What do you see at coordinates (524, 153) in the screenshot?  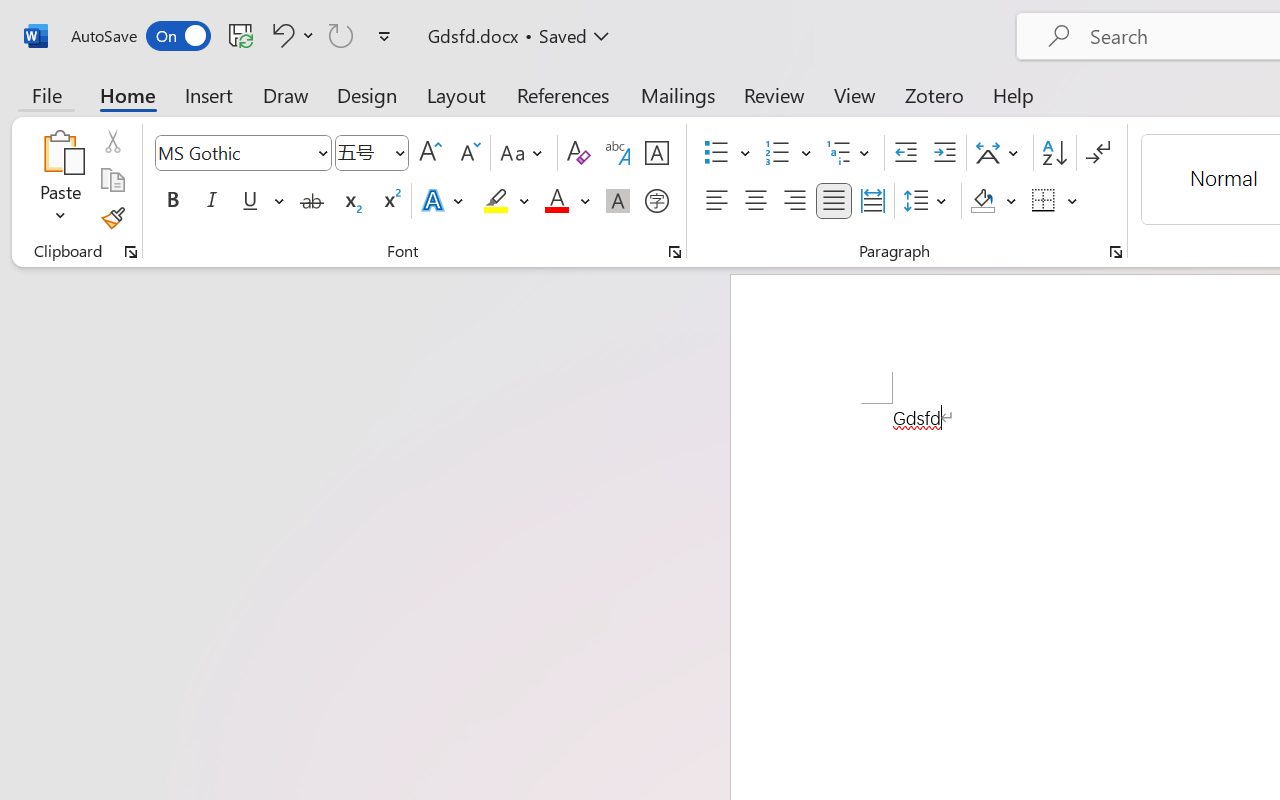 I see `'Change Case'` at bounding box center [524, 153].